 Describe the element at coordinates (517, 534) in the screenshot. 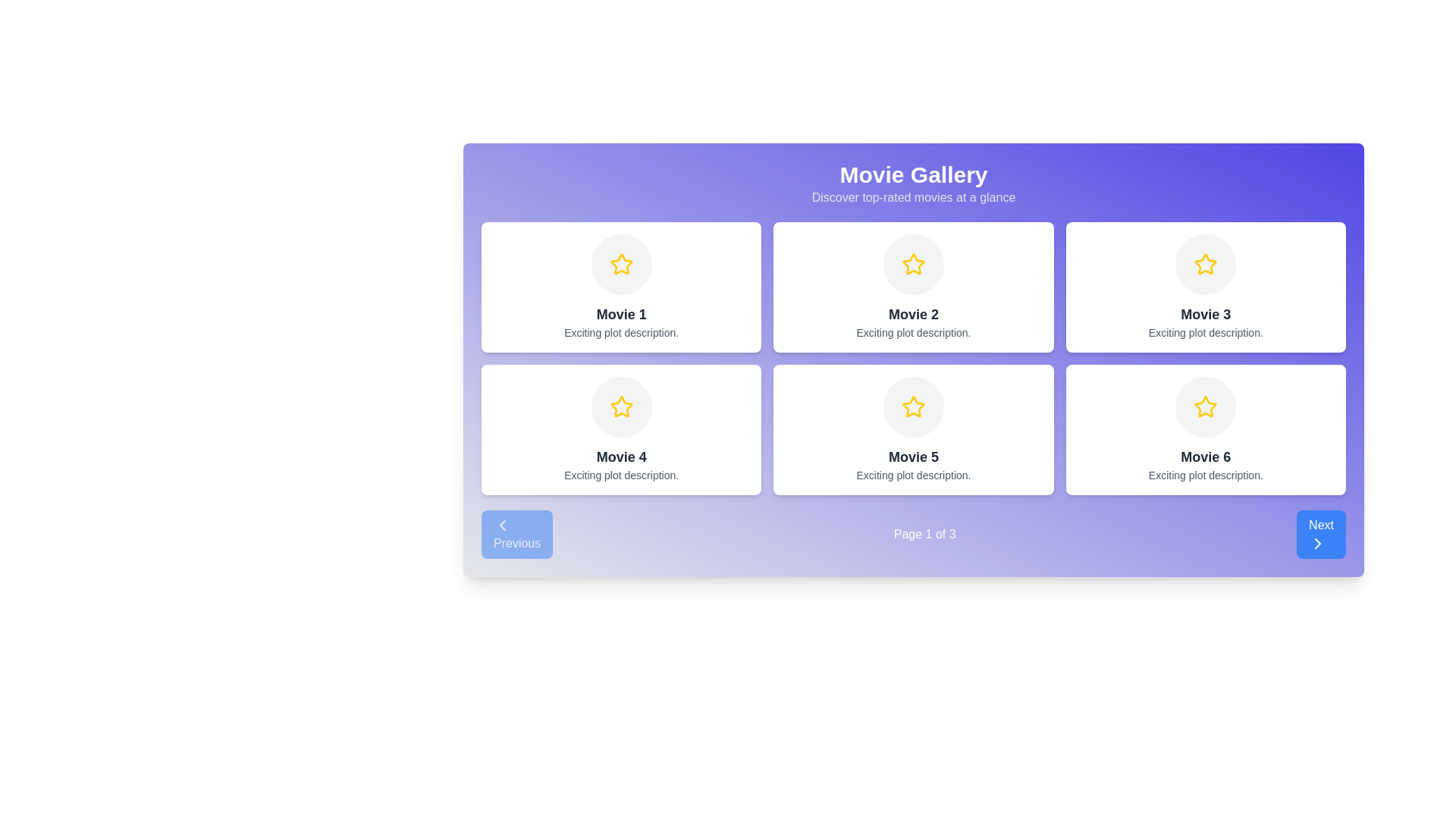

I see `the 'Previous' button located at the bottom left corner of the pagination controls, which allows navigation to the previous page` at that location.